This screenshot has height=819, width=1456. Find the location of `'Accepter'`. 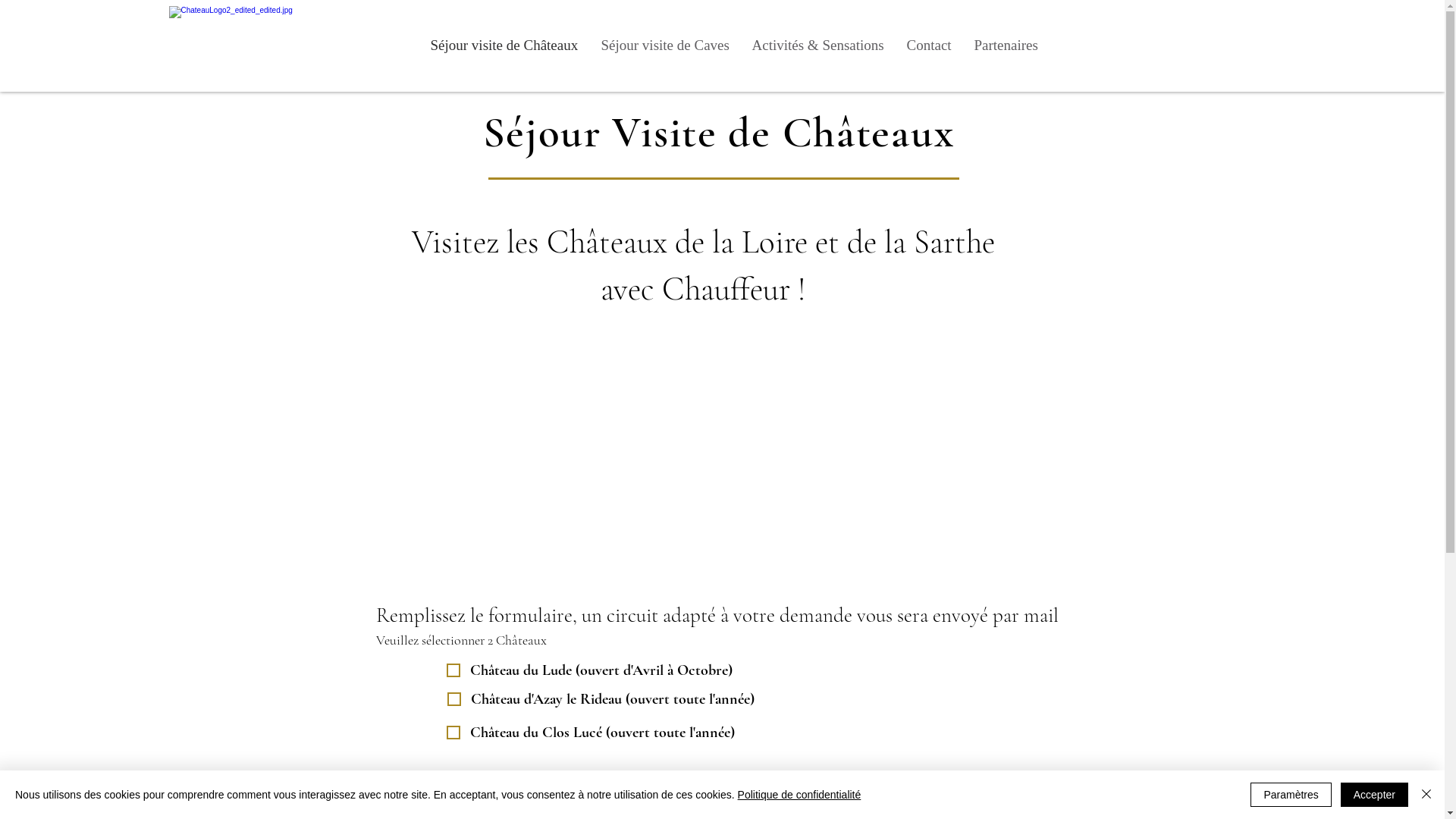

'Accepter' is located at coordinates (1374, 794).